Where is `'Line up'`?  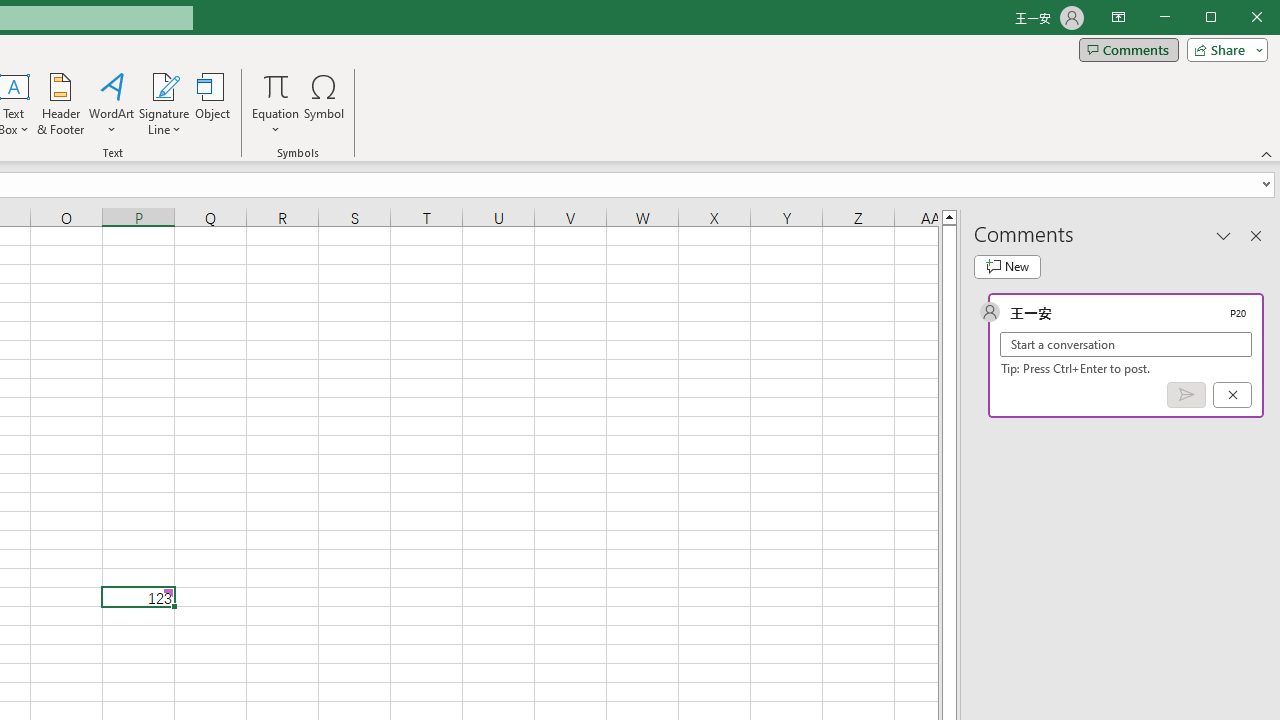 'Line up' is located at coordinates (948, 216).